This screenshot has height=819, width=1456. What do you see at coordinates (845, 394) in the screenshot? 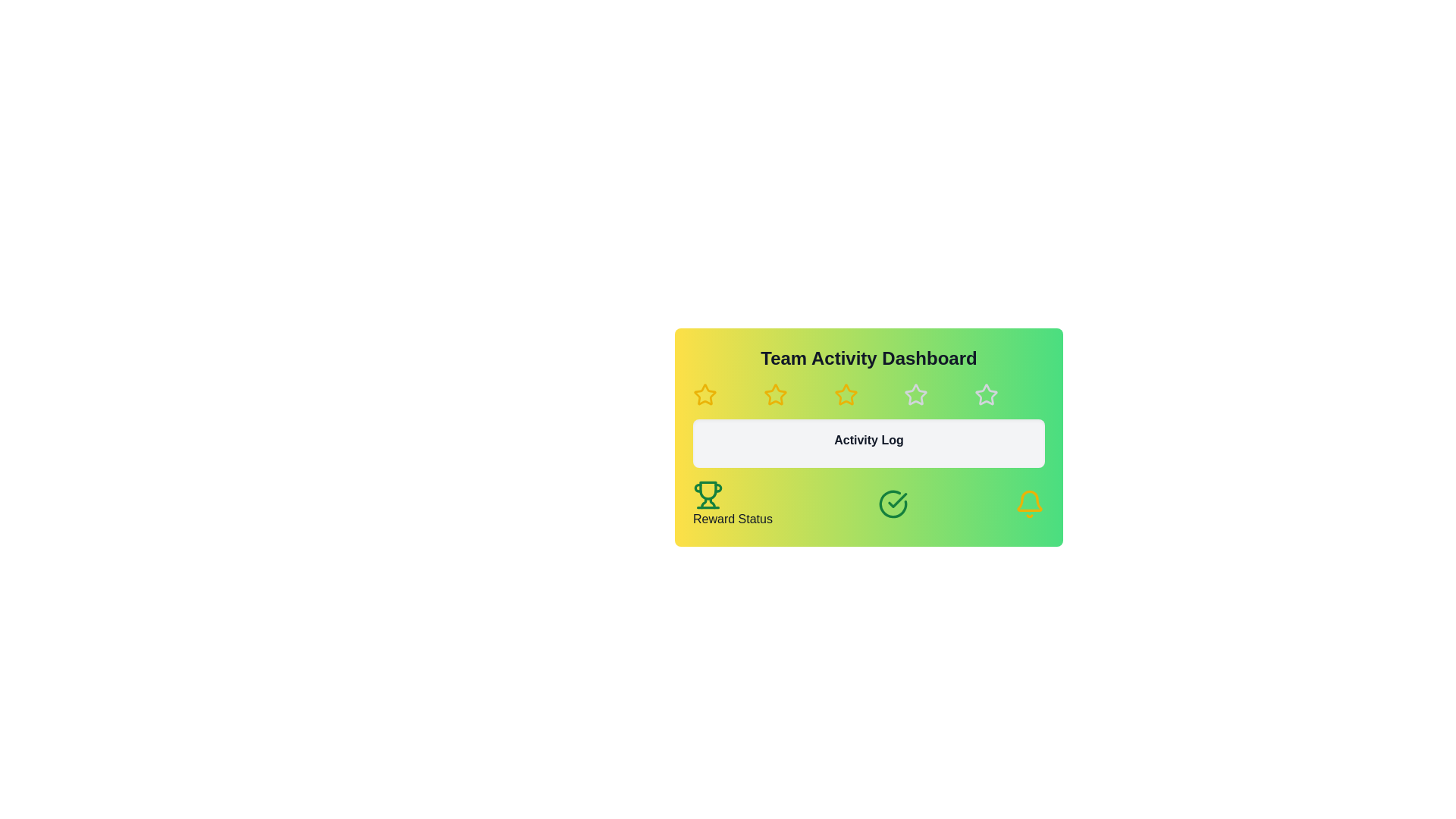
I see `the second star icon with a yellow stroke outline in the 'Team Activity Dashboard'` at bounding box center [845, 394].